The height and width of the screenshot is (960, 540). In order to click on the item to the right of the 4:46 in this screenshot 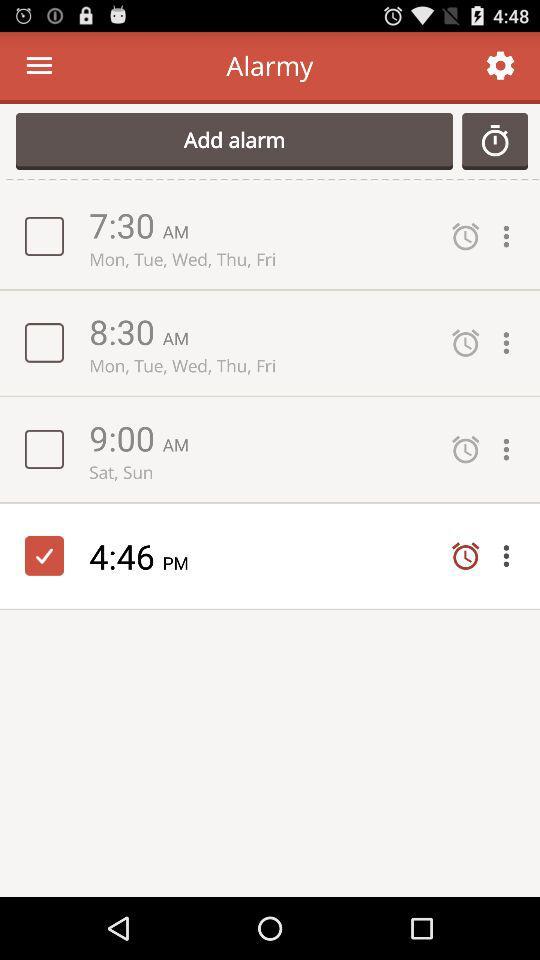, I will do `click(182, 562)`.